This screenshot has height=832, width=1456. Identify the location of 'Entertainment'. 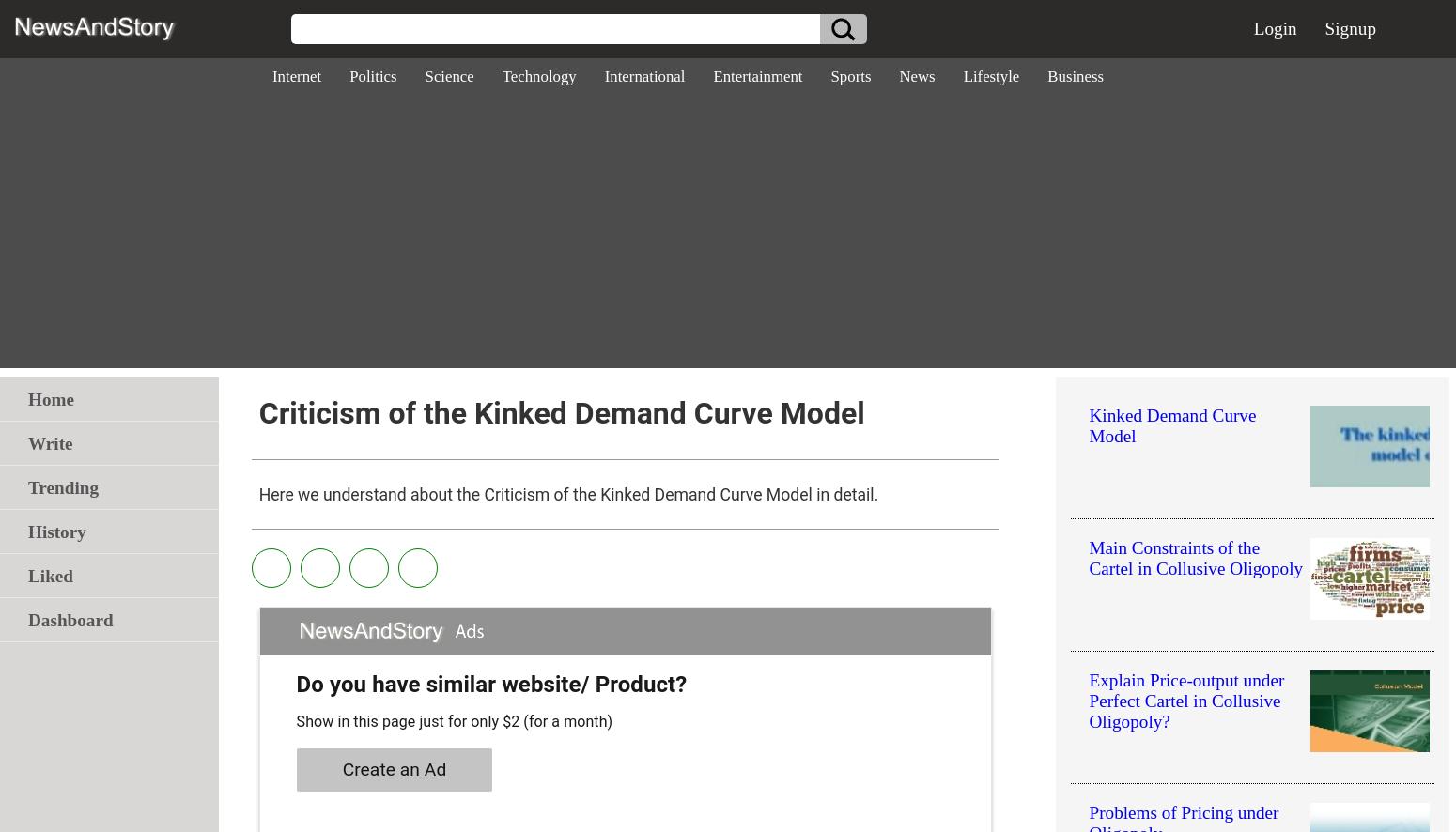
(756, 75).